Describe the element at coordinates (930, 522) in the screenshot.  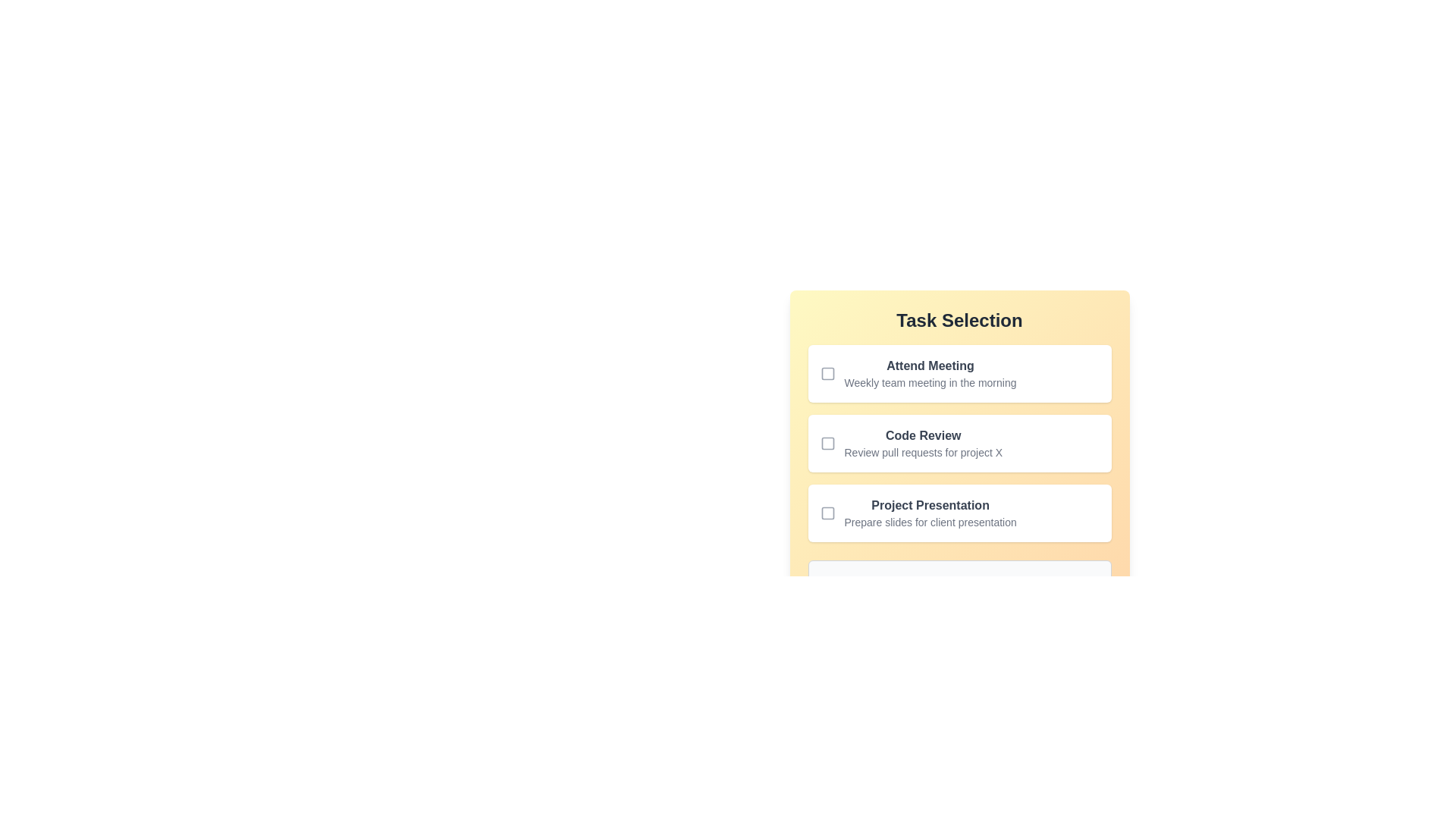
I see `the static text that reads 'Prepare slides for client presentation,' which is located below the bold text 'Project Presentation' in the yellow pane` at that location.